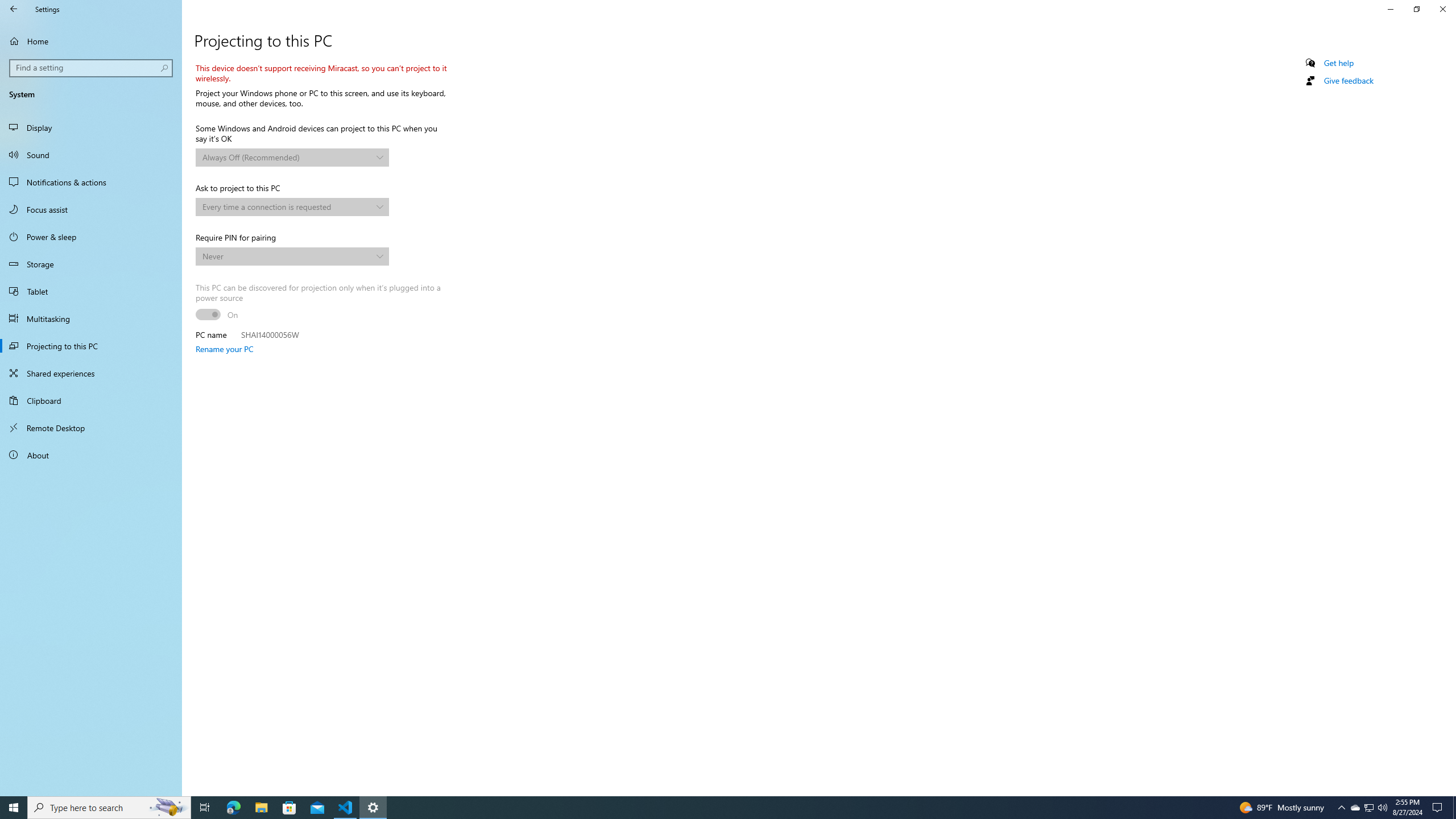 The image size is (1456, 819). I want to click on 'Display', so click(90, 126).